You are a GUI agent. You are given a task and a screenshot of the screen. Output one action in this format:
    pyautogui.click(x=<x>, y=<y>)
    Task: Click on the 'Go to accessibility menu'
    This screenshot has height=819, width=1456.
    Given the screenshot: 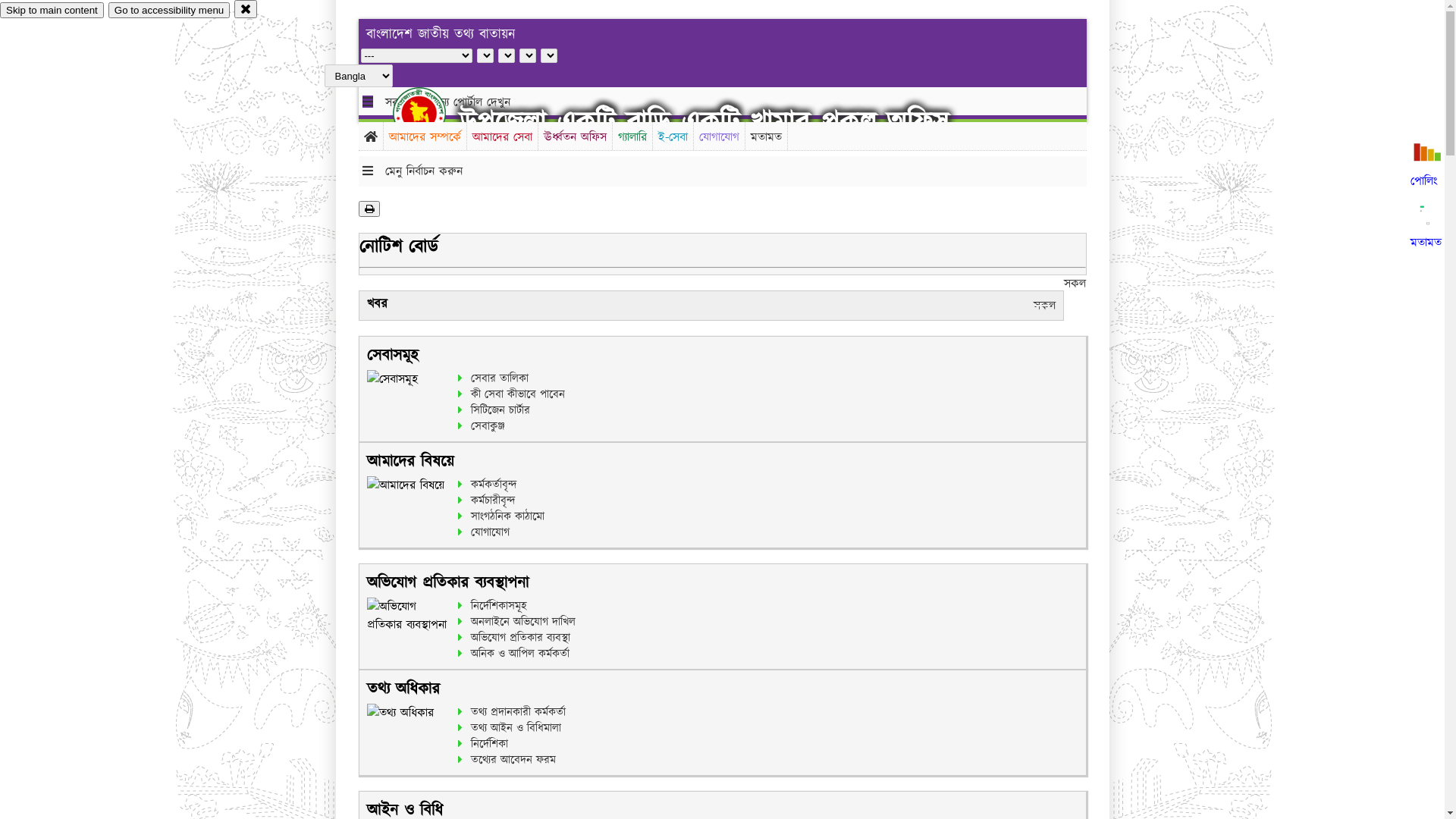 What is the action you would take?
    pyautogui.click(x=168, y=10)
    